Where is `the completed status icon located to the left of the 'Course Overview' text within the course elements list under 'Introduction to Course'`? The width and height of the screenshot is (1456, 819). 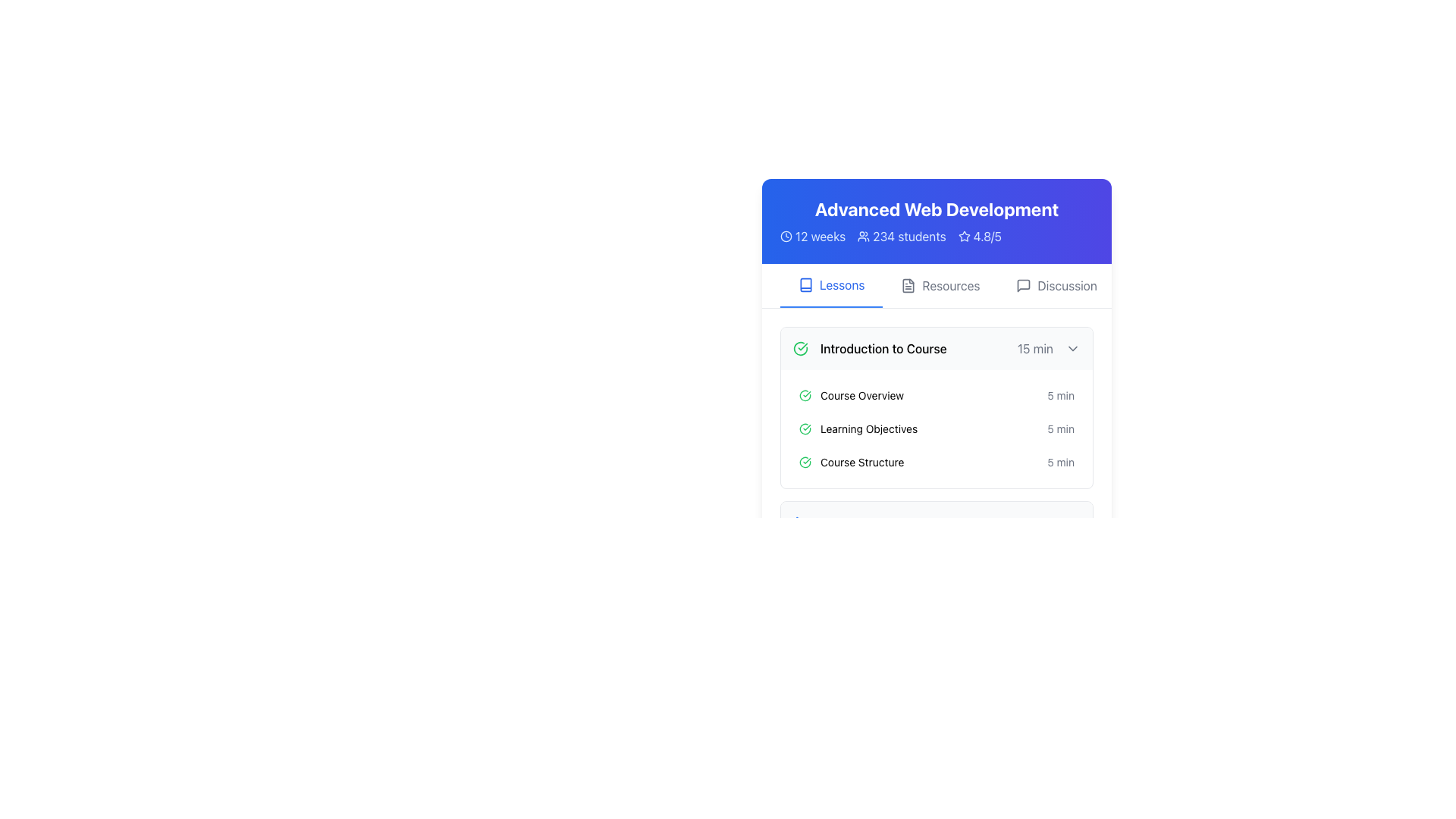
the completed status icon located to the left of the 'Course Overview' text within the course elements list under 'Introduction to Course' is located at coordinates (804, 394).